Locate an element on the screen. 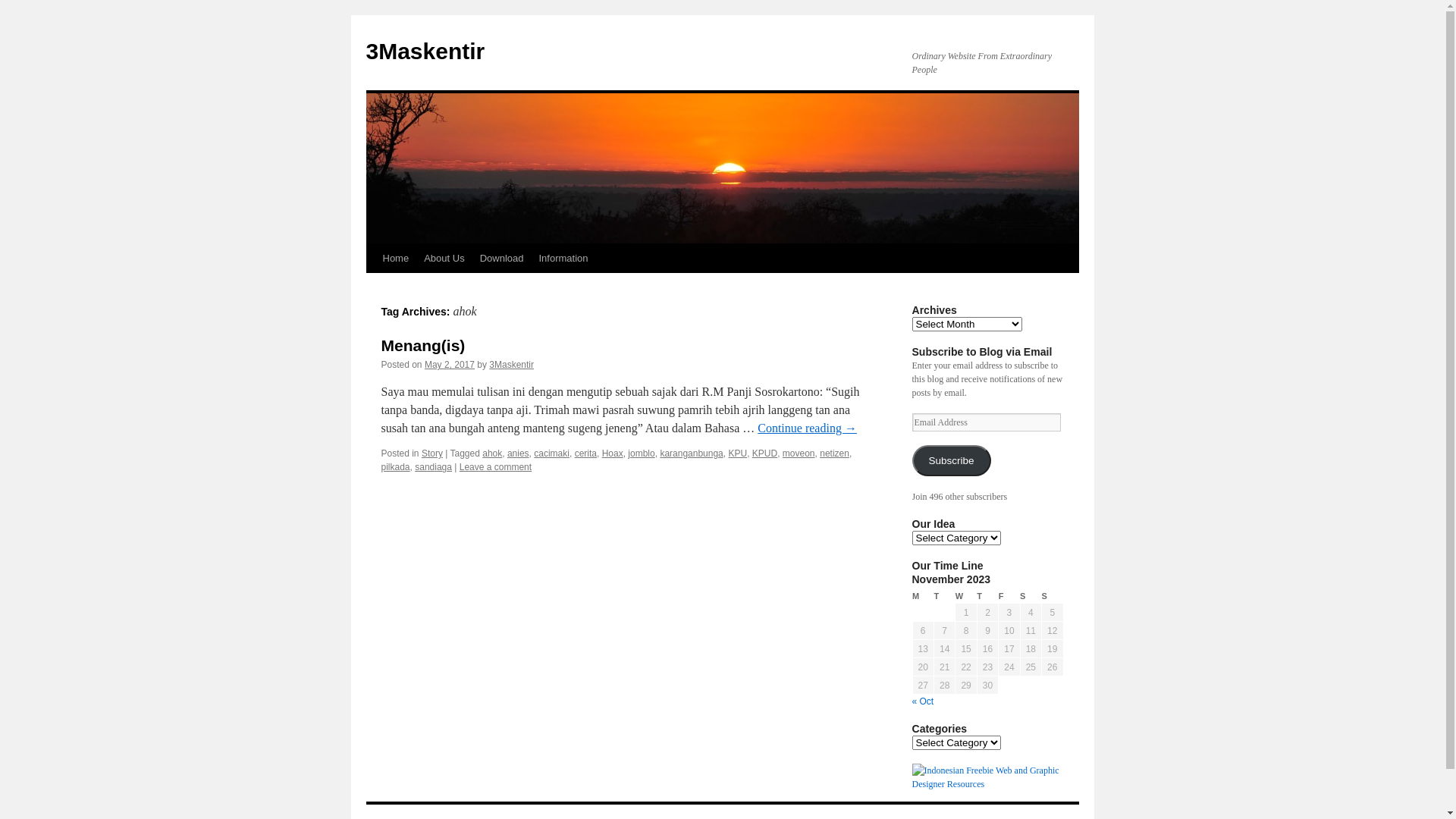 The height and width of the screenshot is (819, 1456). 'moveon' is located at coordinates (798, 452).